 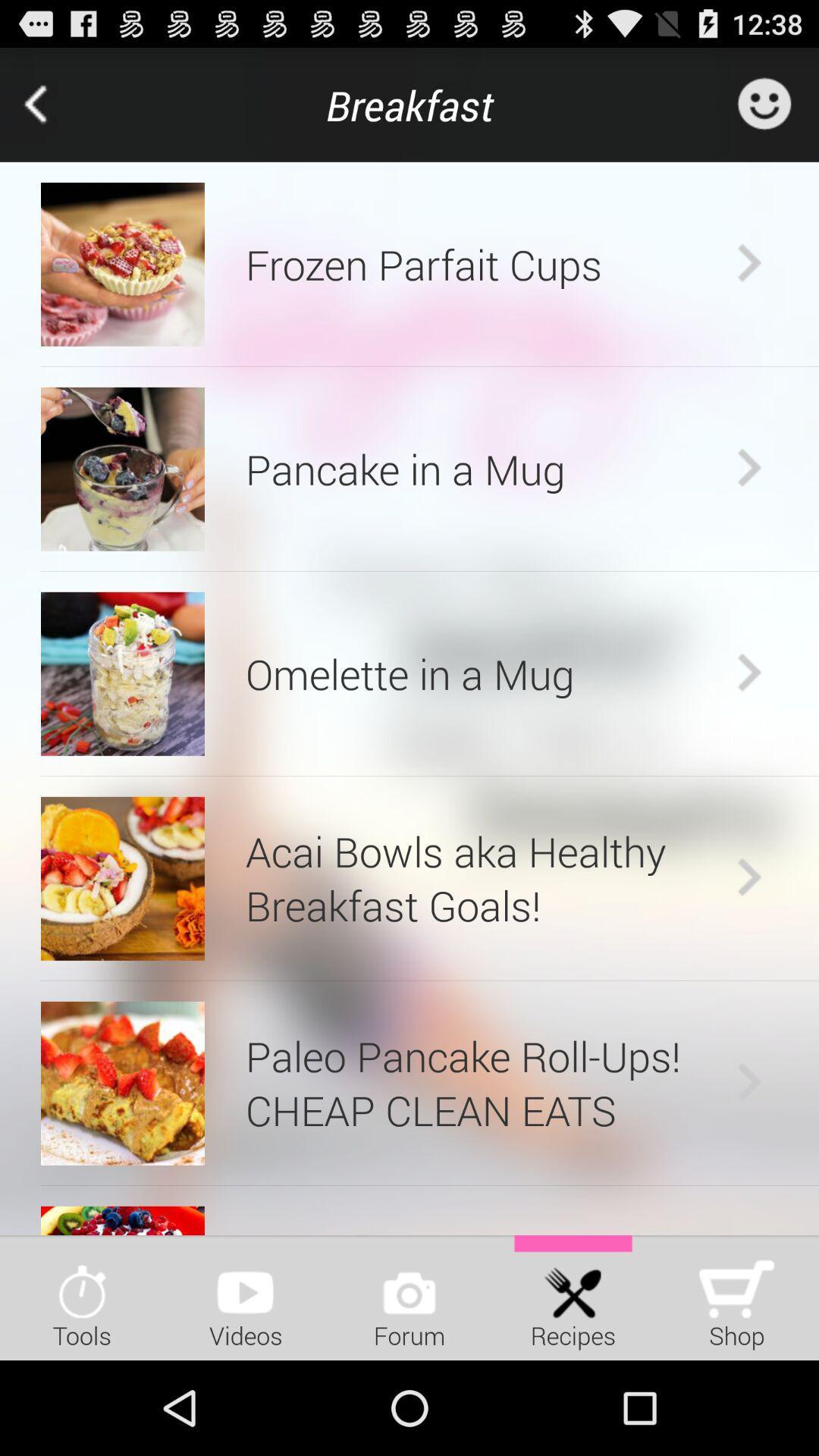 What do you see at coordinates (56, 111) in the screenshot?
I see `the arrow_backward icon` at bounding box center [56, 111].